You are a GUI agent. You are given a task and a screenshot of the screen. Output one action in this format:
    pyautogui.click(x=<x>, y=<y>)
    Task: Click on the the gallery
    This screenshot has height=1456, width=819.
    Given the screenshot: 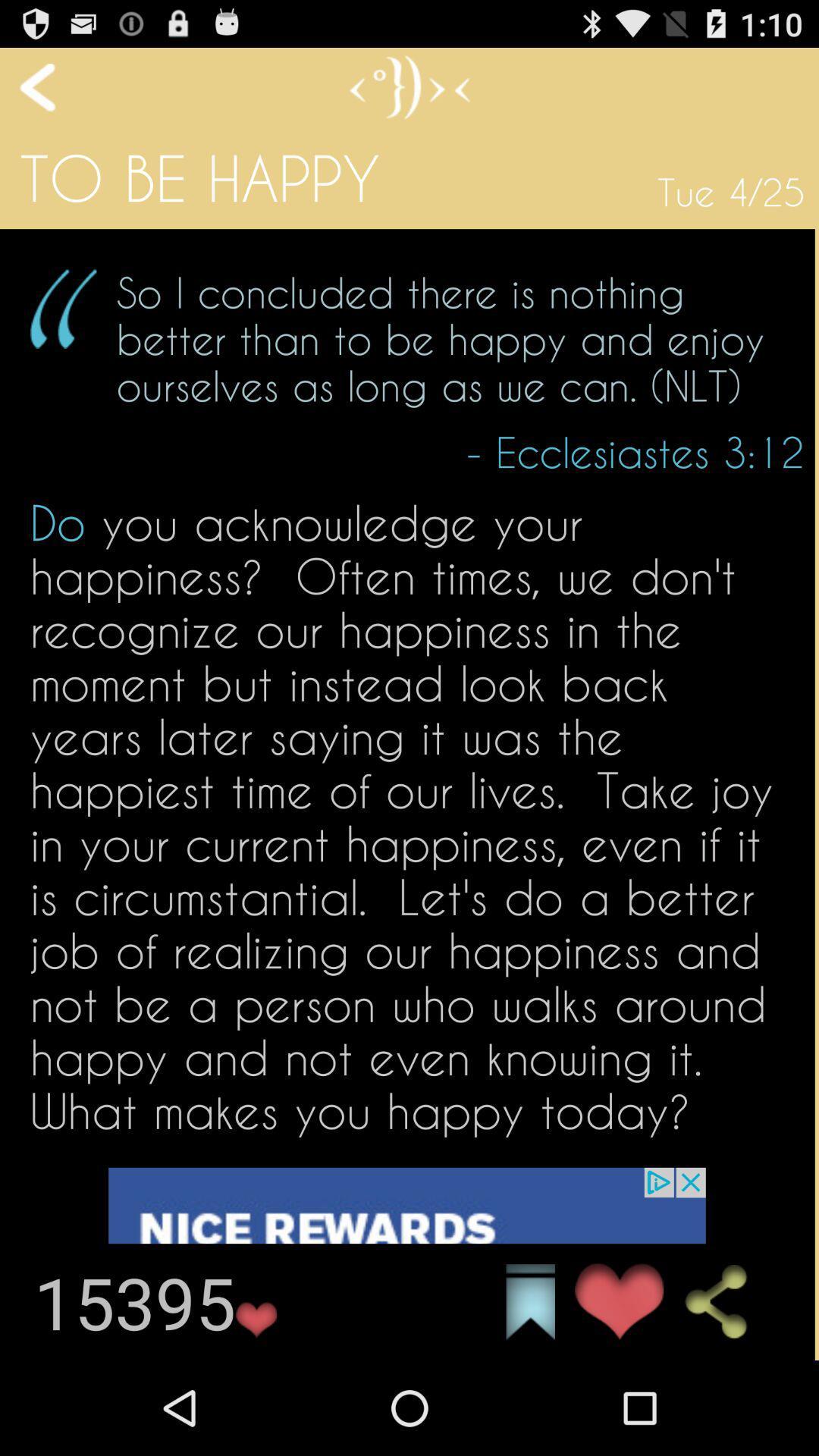 What is the action you would take?
    pyautogui.click(x=529, y=1301)
    